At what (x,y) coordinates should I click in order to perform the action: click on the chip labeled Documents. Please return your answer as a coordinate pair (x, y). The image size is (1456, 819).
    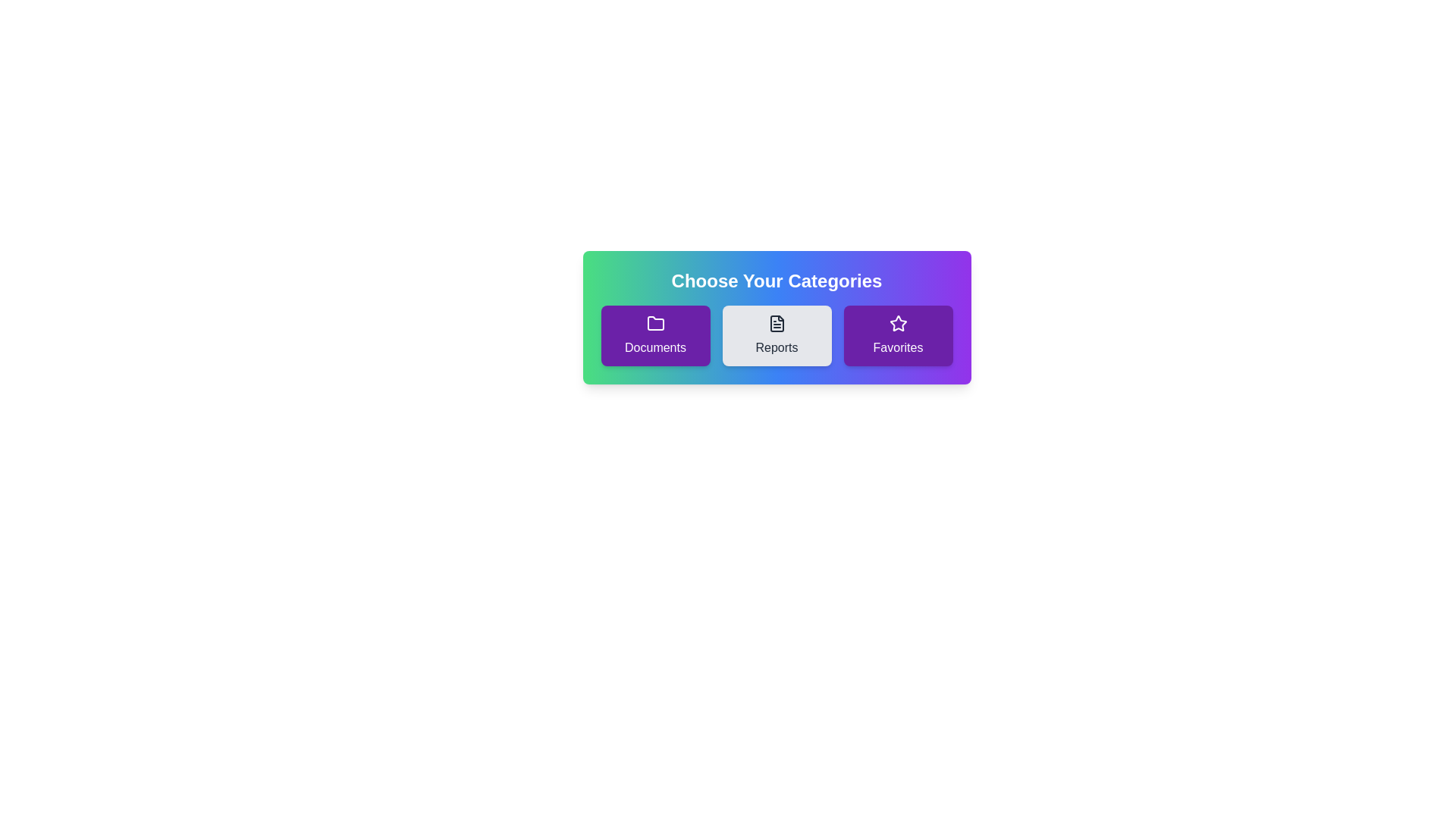
    Looking at the image, I should click on (655, 335).